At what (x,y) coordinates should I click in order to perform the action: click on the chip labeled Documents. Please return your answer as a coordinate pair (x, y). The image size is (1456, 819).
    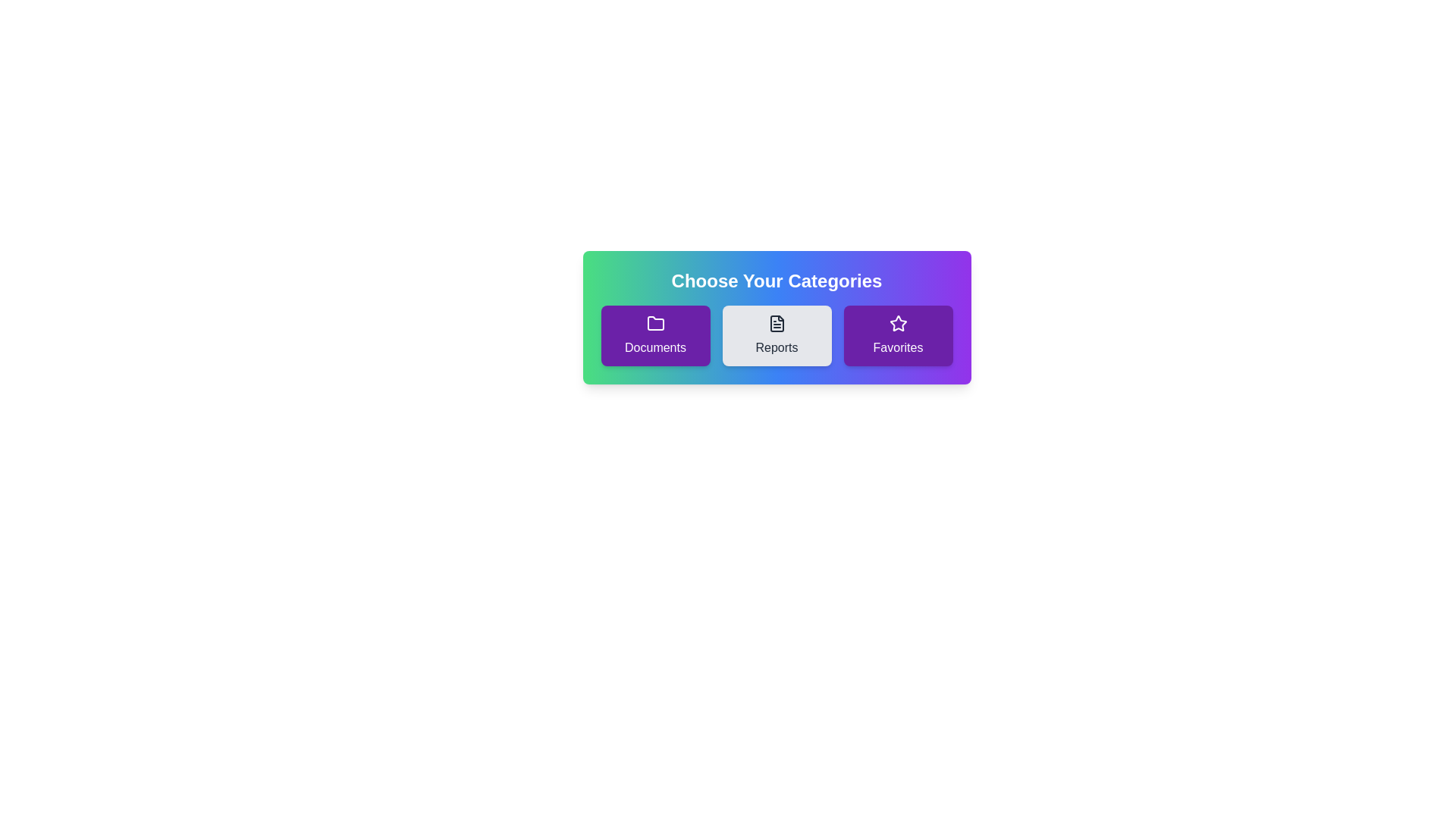
    Looking at the image, I should click on (655, 335).